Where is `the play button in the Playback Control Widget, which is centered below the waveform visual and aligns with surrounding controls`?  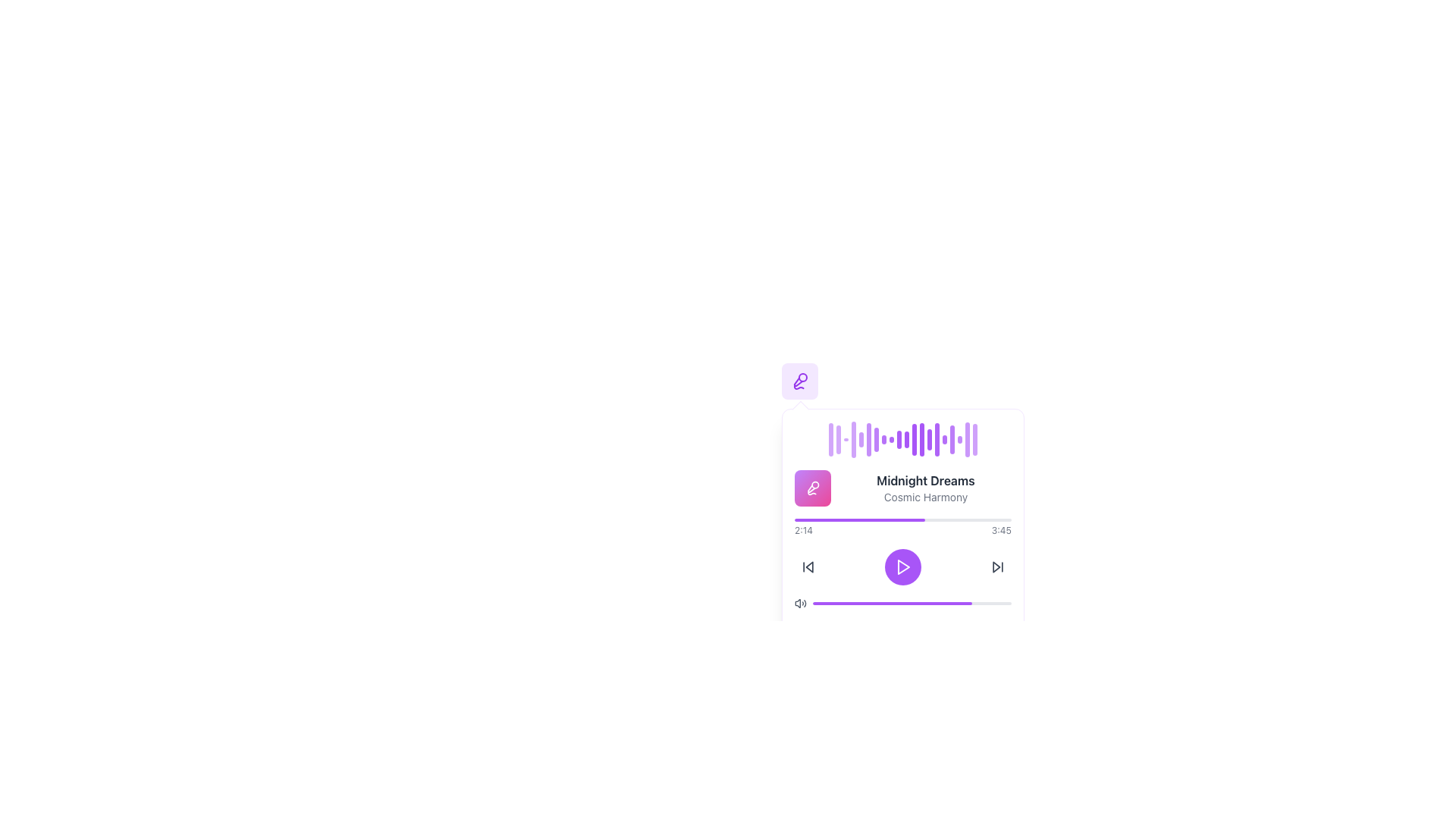
the play button in the Playback Control Widget, which is centered below the waveform visual and aligns with surrounding controls is located at coordinates (902, 539).